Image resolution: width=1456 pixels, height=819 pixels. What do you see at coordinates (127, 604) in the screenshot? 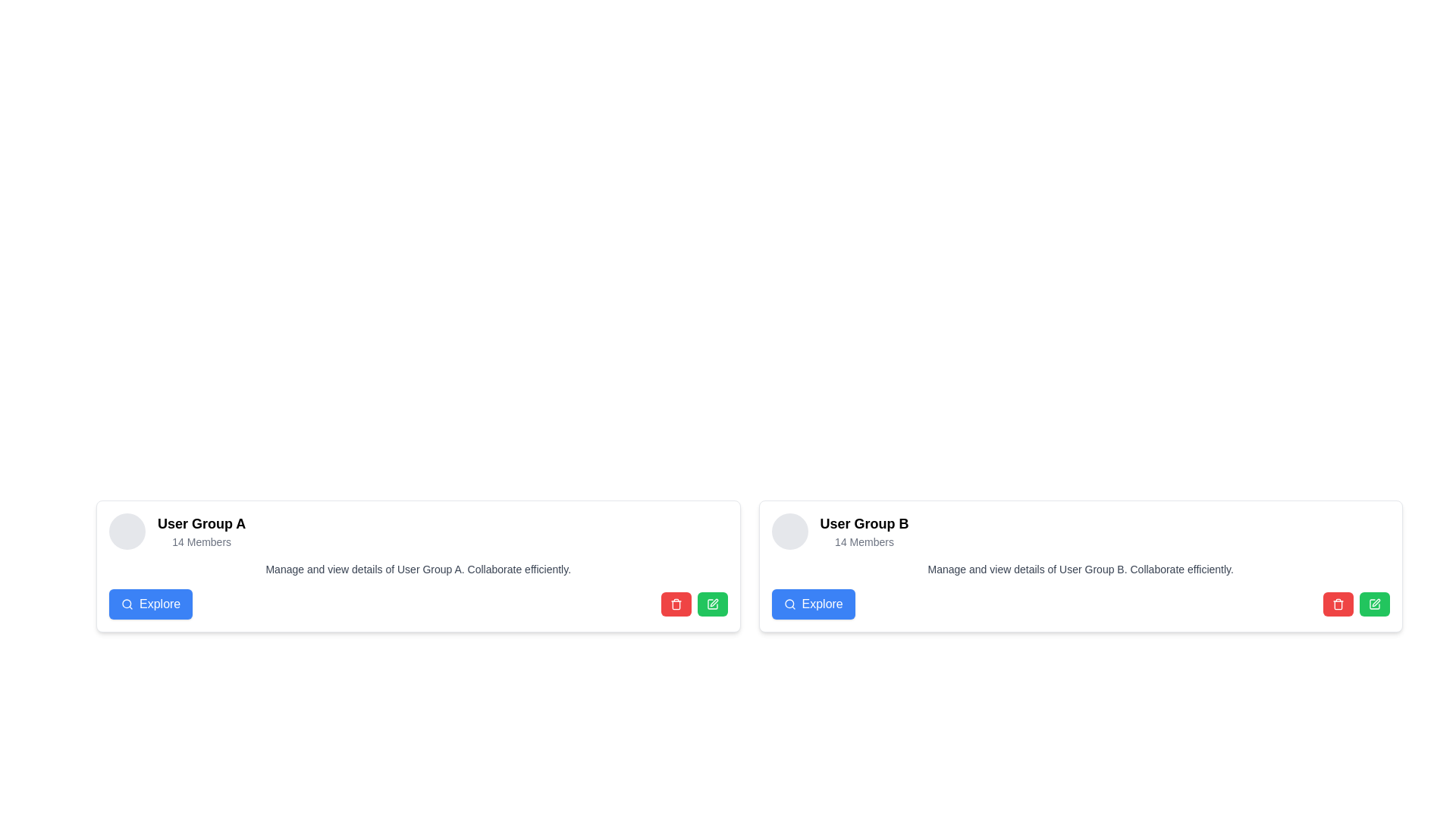
I see `the search icon located to the left of the 'Explore' button text within the card for 'User Group A'` at bounding box center [127, 604].